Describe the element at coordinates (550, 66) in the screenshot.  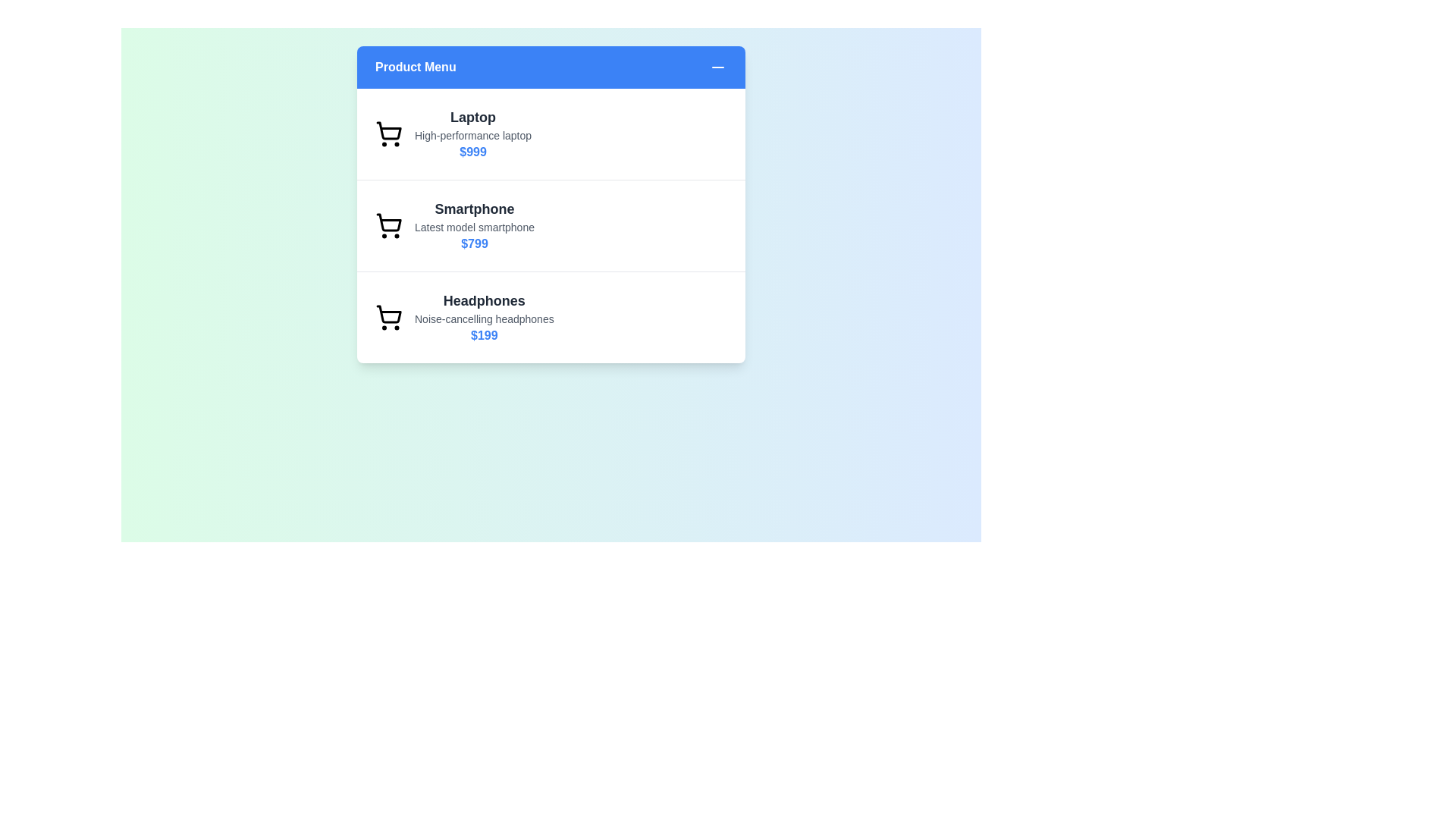
I see `'Product Menu' button to toggle the menu open or closed` at that location.